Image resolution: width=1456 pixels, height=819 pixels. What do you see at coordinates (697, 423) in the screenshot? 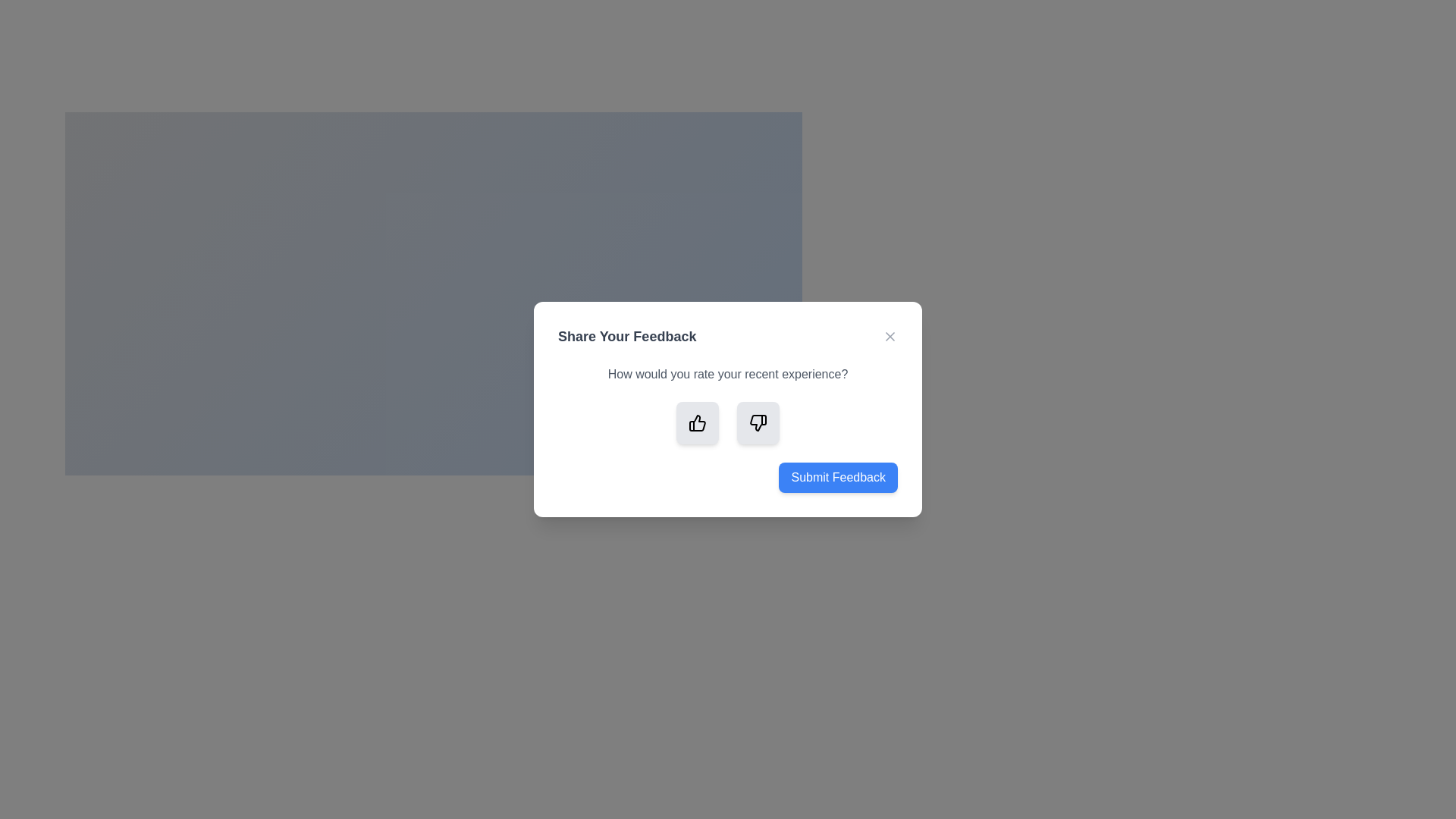
I see `the positive feedback button located in the feedback modal below the question 'How would you rate your recent experience?' to record a favorable response` at bounding box center [697, 423].